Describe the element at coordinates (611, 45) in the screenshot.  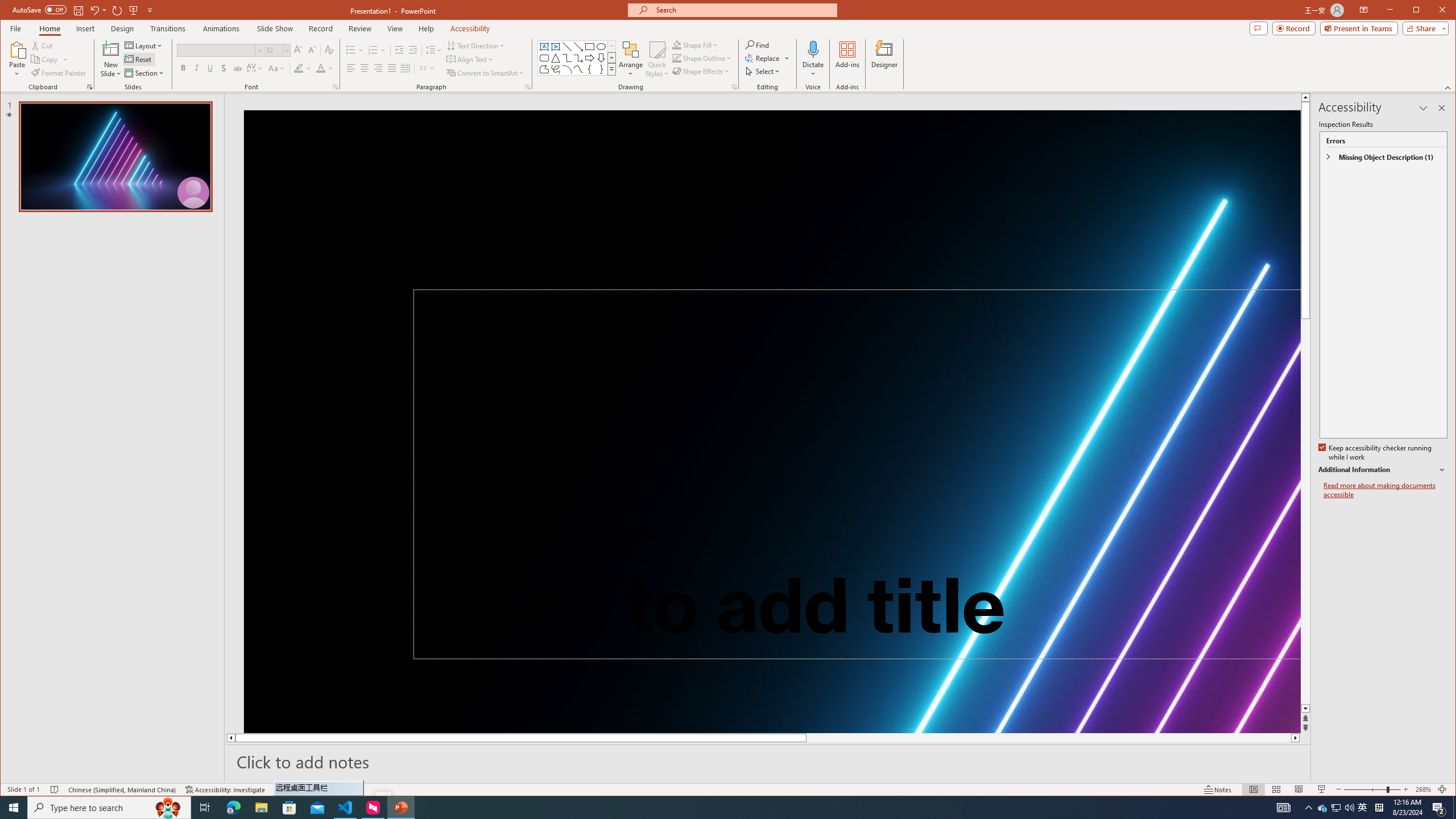
I see `'Row up'` at that location.